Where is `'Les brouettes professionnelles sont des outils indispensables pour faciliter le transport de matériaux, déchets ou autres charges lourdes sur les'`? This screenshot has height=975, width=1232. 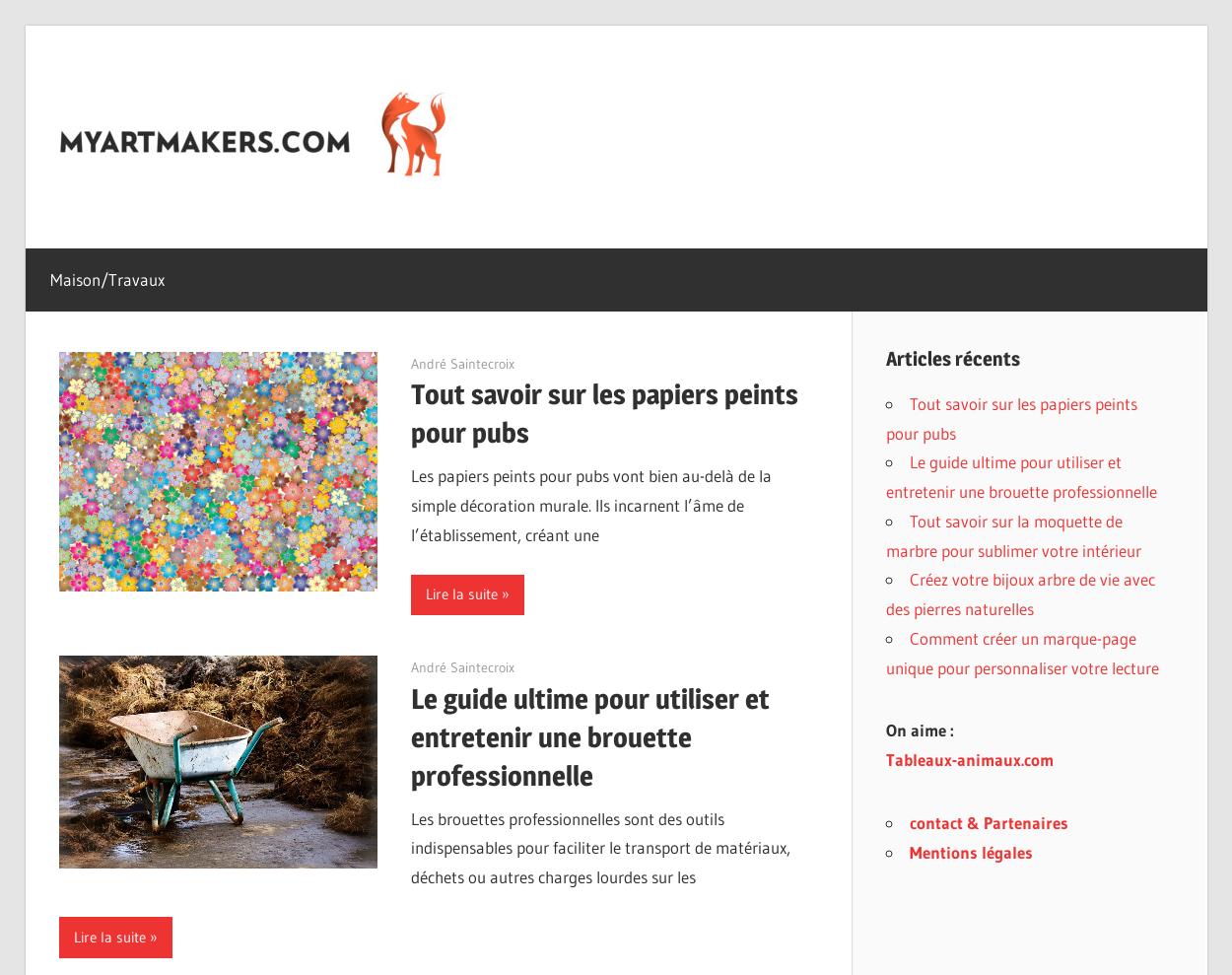 'Les brouettes professionnelles sont des outils indispensables pour faciliter le transport de matériaux, déchets ou autres charges lourdes sur les' is located at coordinates (599, 847).